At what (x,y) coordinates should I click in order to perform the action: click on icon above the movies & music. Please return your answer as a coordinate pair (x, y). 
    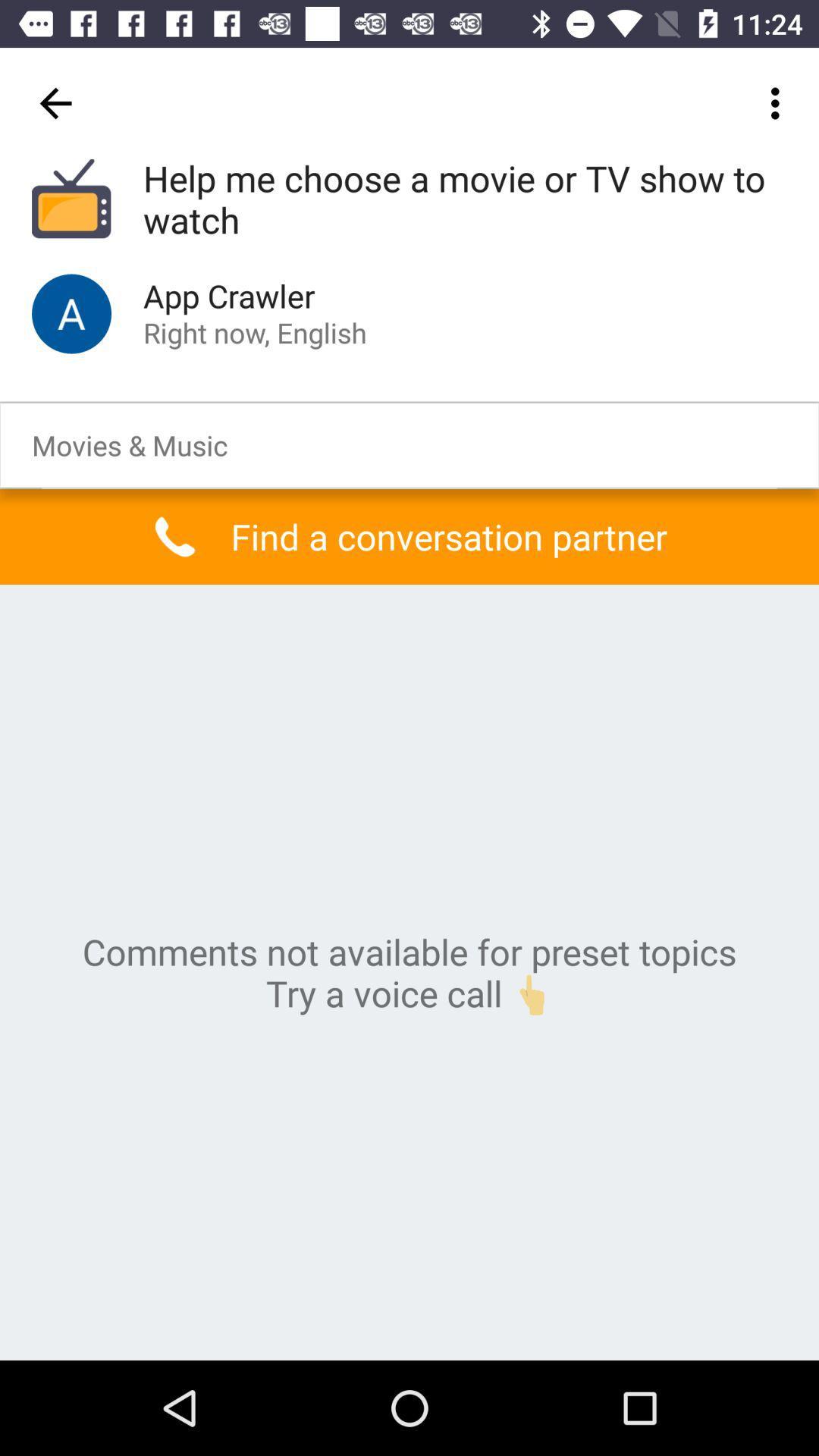
    Looking at the image, I should click on (71, 312).